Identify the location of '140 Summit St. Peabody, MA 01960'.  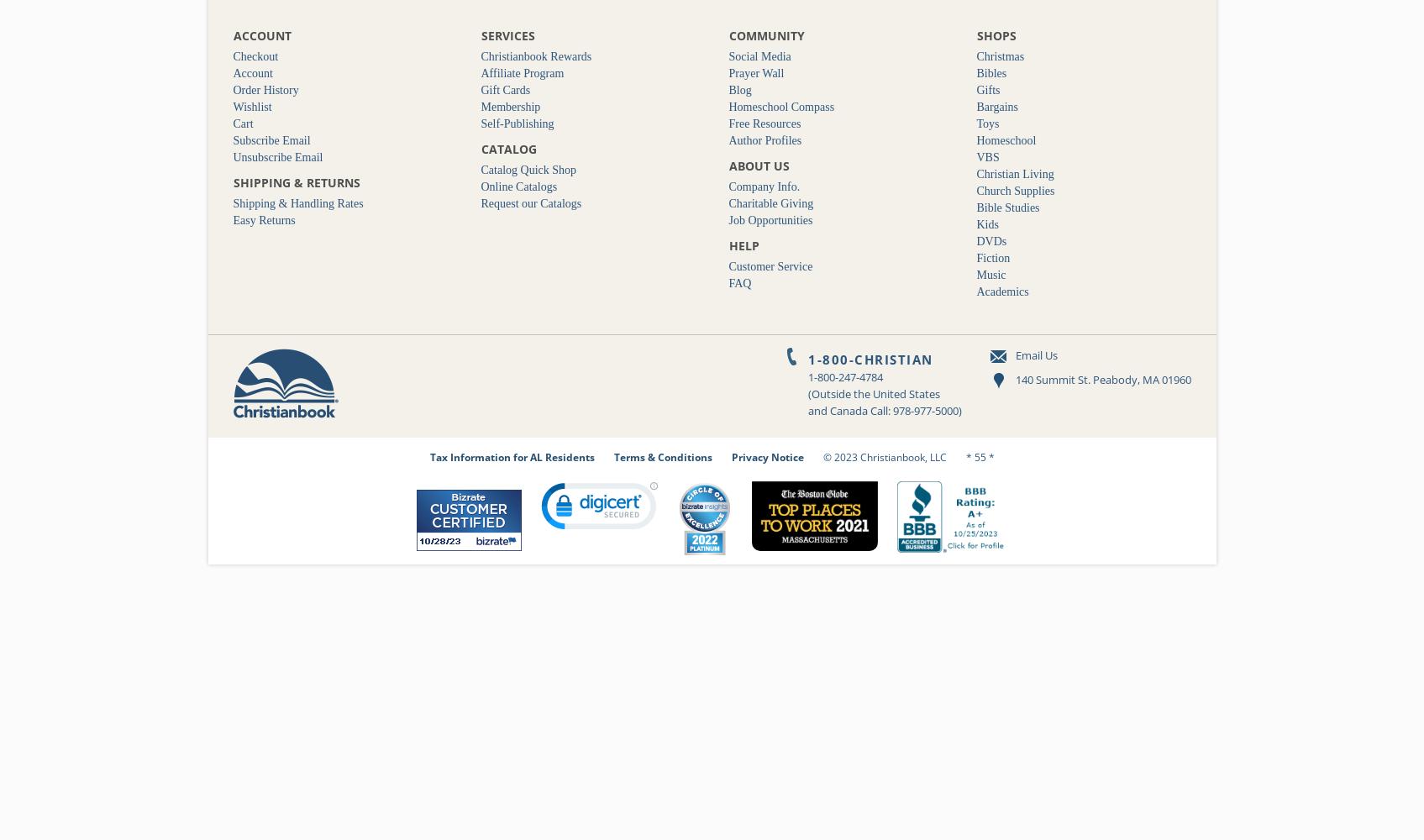
(1102, 378).